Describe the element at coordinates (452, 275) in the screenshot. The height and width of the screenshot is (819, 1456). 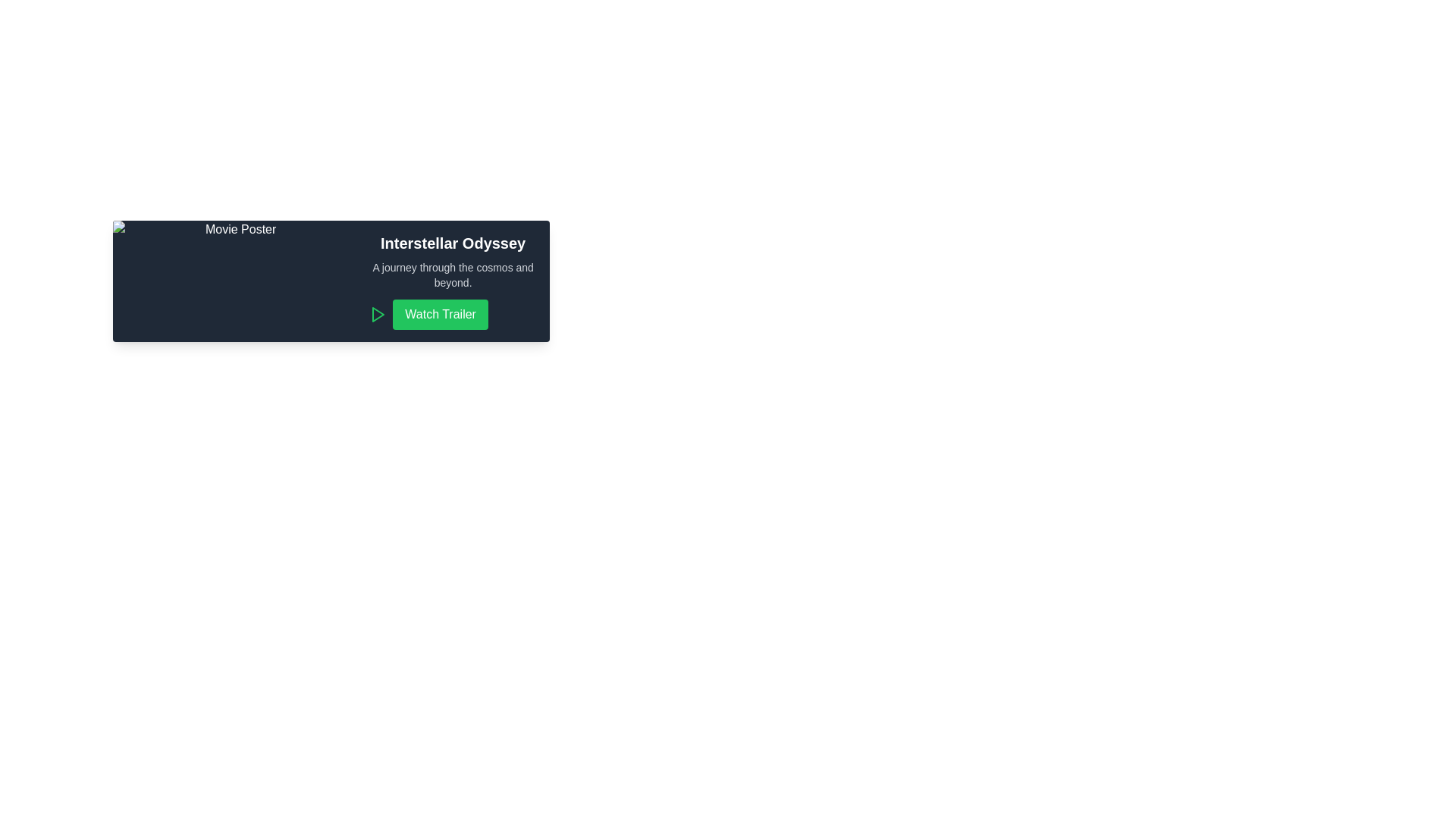
I see `the summary text element located beneath the title 'Interstellar Odyssey' and above the 'Watch Trailer' button to provide users with quick insight into the theme or subject matter` at that location.